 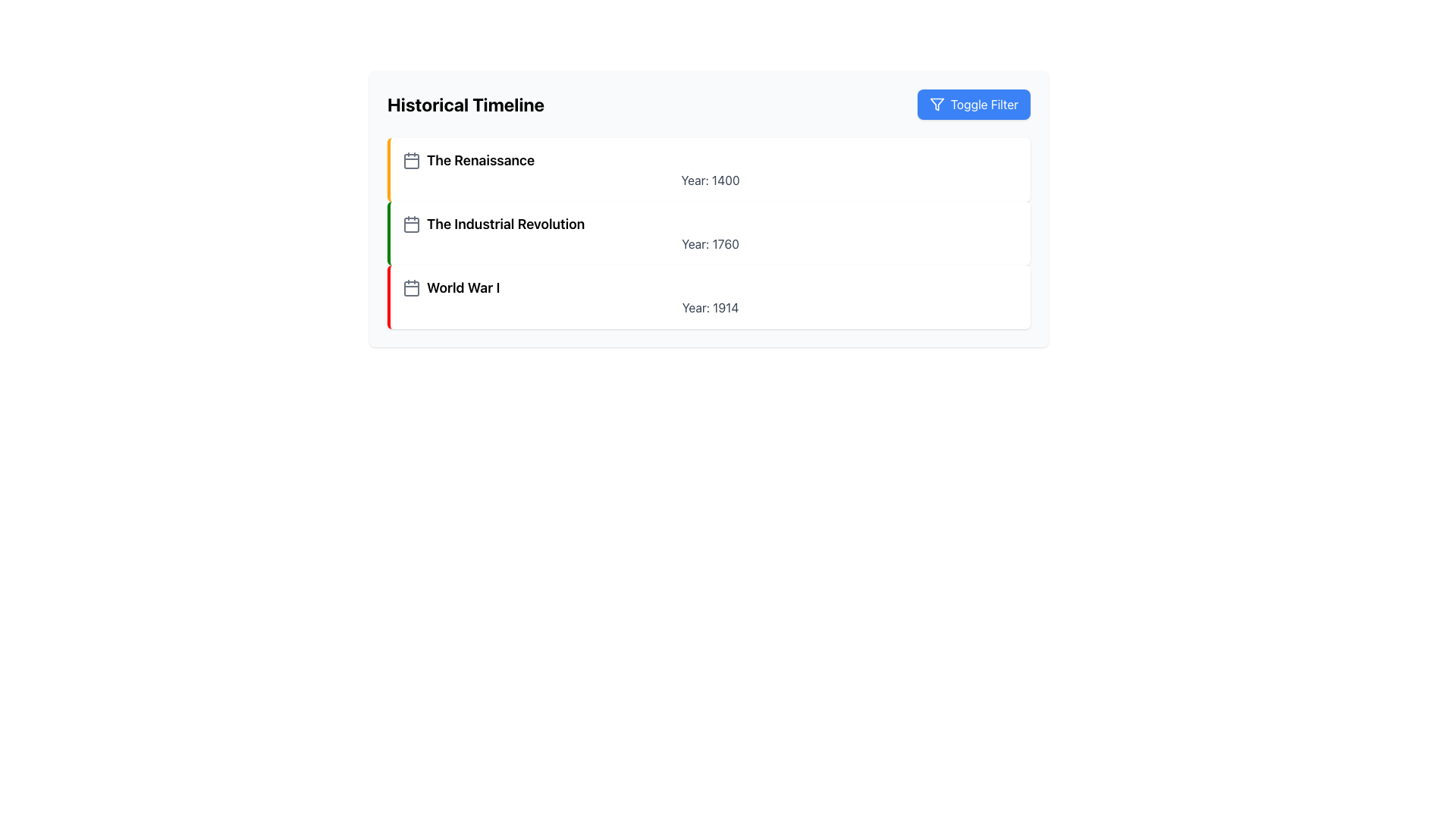 What do you see at coordinates (411, 224) in the screenshot?
I see `the calendar icon located to the left of the text 'The Industrial Revolution' in the middle section of the historical events column` at bounding box center [411, 224].